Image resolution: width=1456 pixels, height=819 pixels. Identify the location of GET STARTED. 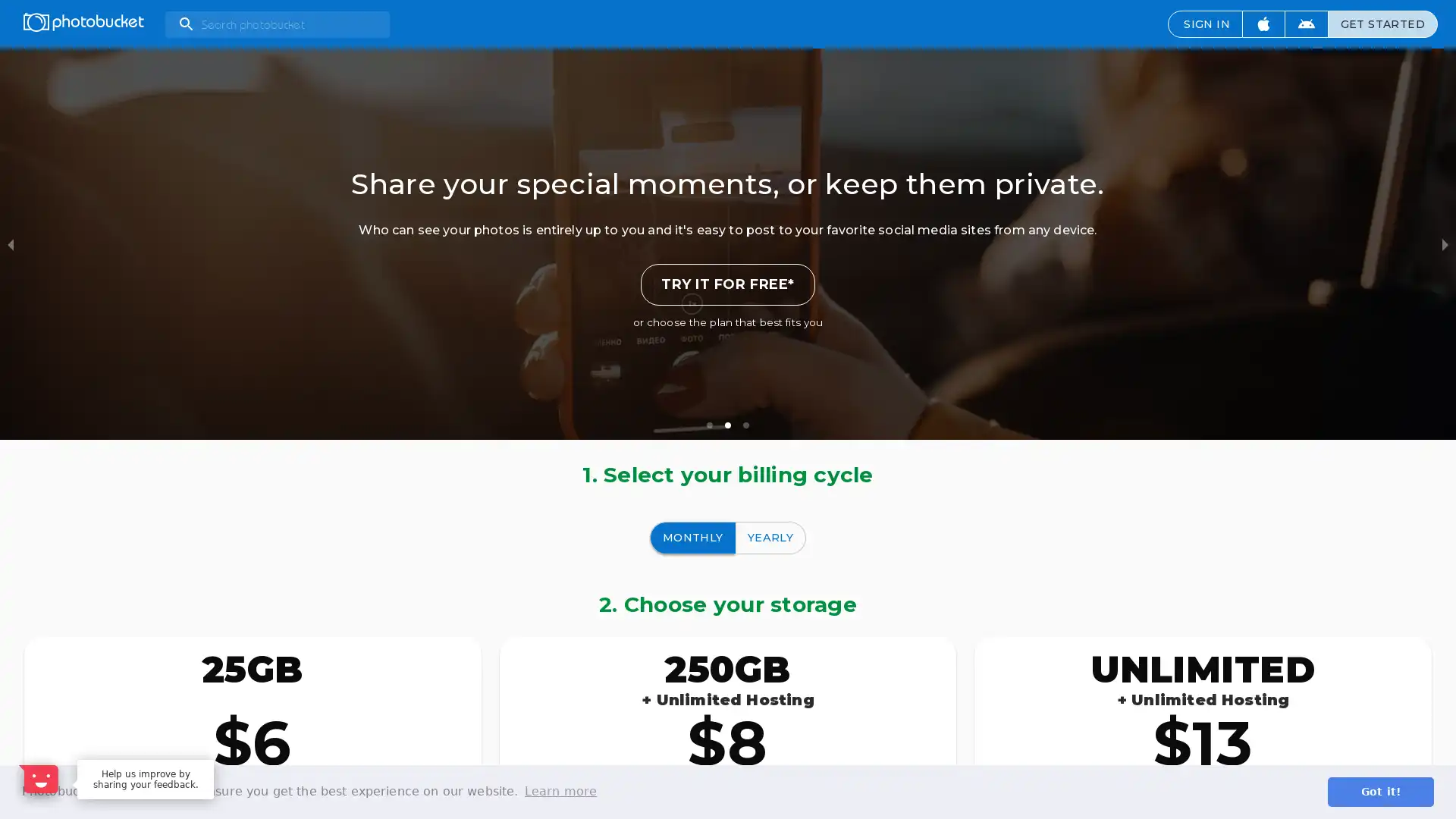
(1382, 24).